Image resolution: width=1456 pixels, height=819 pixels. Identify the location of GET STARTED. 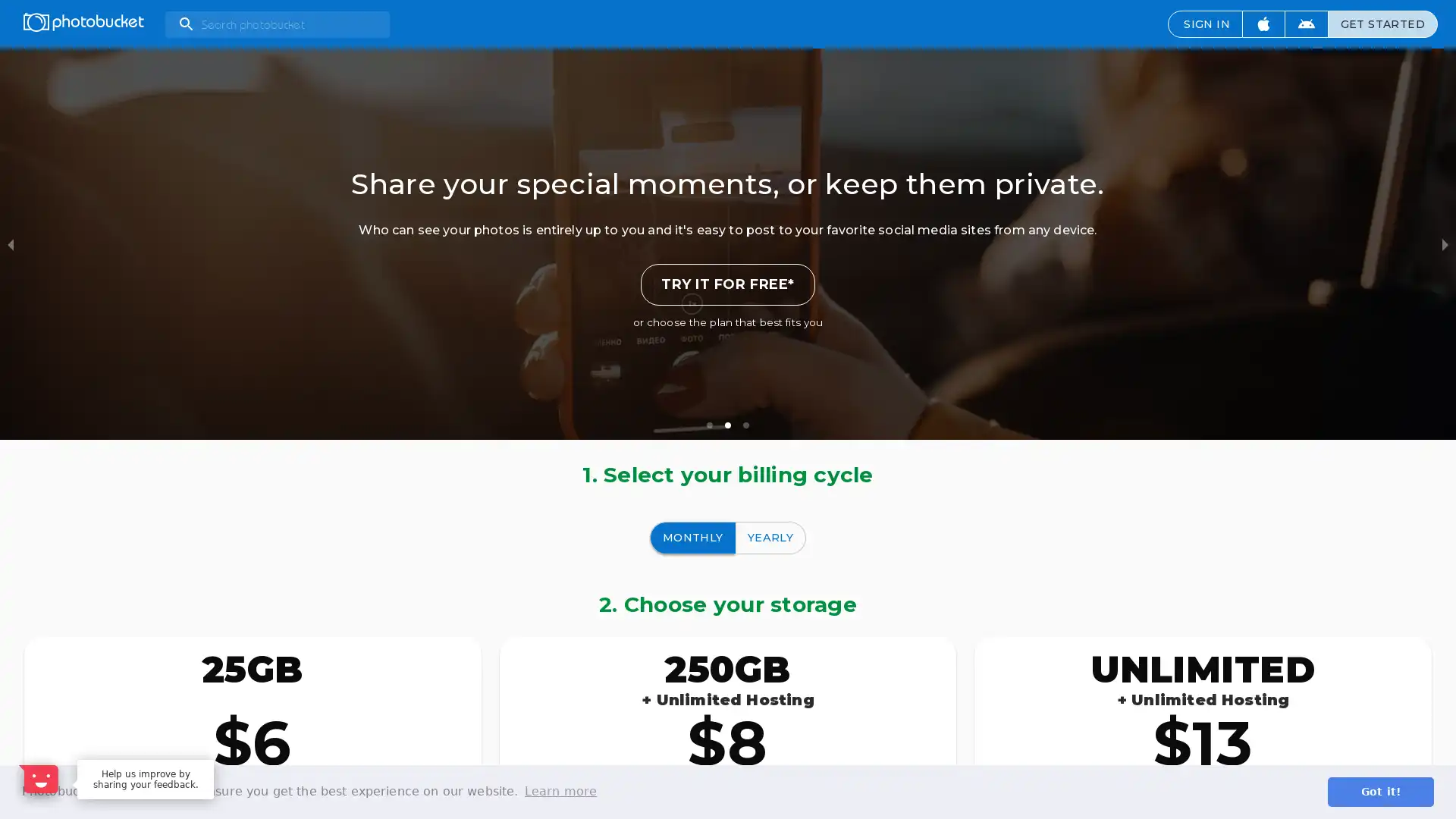
(1382, 24).